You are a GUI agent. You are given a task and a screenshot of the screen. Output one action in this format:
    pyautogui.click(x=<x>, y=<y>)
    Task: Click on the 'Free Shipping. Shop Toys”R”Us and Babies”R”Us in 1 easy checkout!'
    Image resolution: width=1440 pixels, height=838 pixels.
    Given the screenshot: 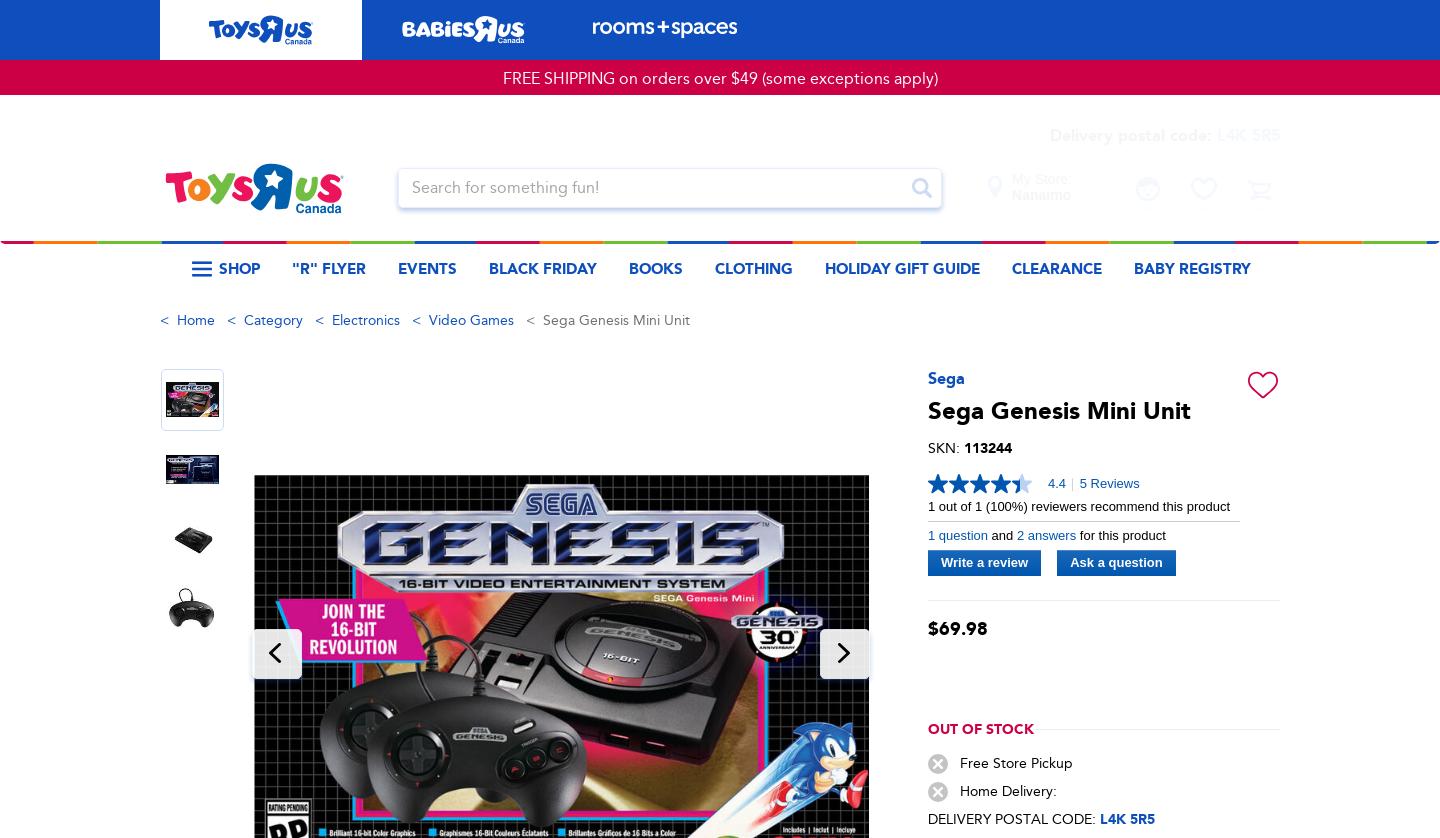 What is the action you would take?
    pyautogui.click(x=719, y=365)
    